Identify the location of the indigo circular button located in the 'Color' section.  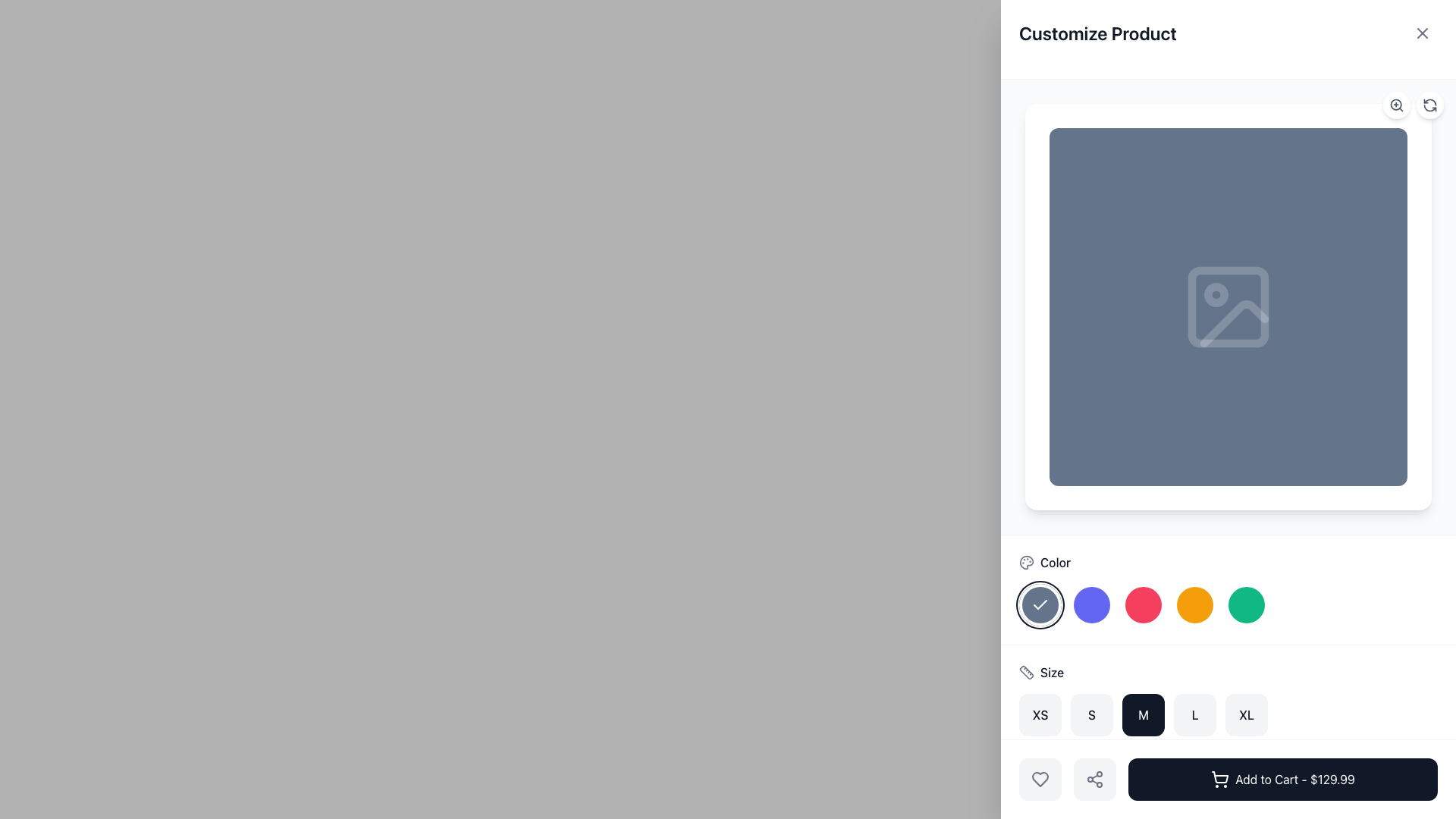
(1092, 604).